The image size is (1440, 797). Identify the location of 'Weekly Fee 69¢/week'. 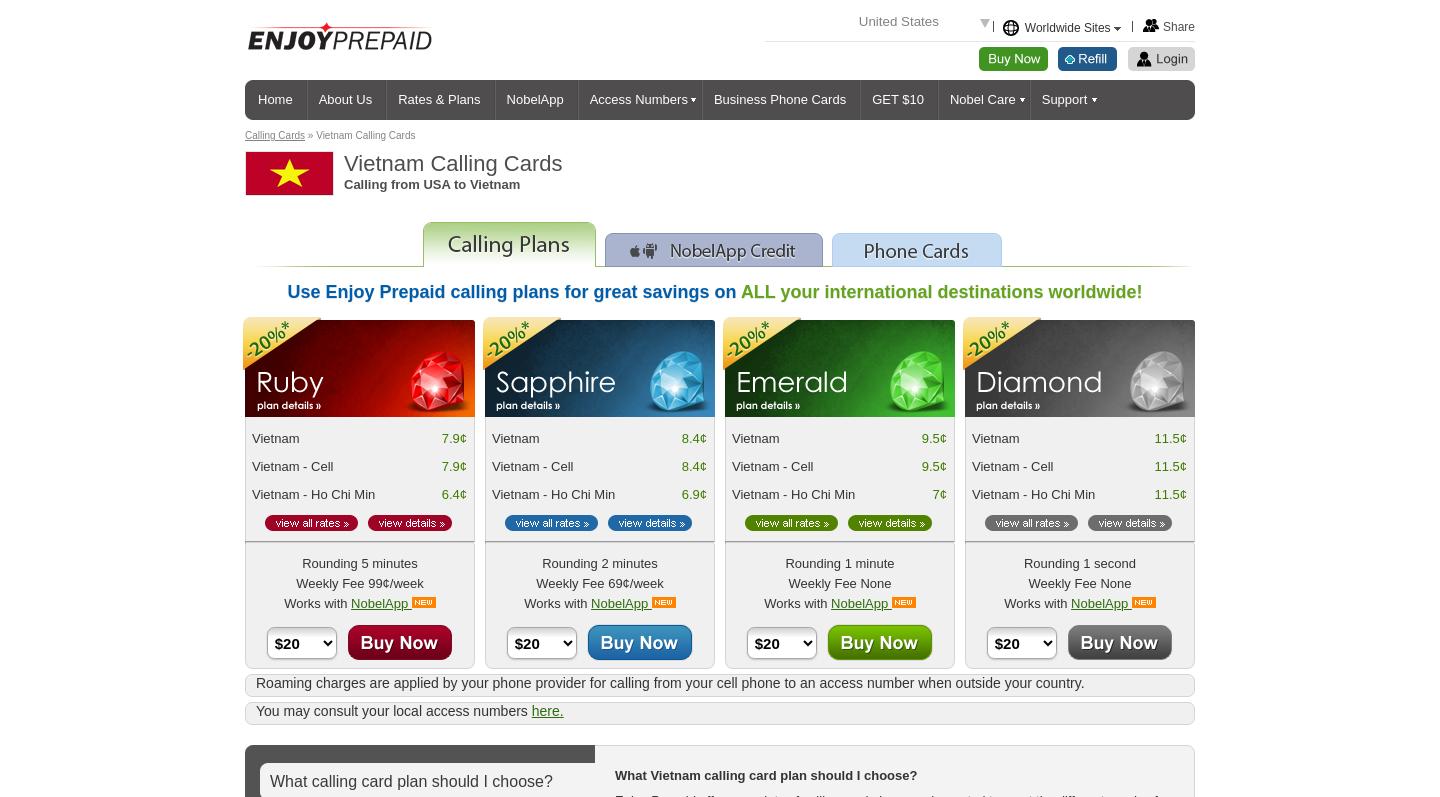
(599, 583).